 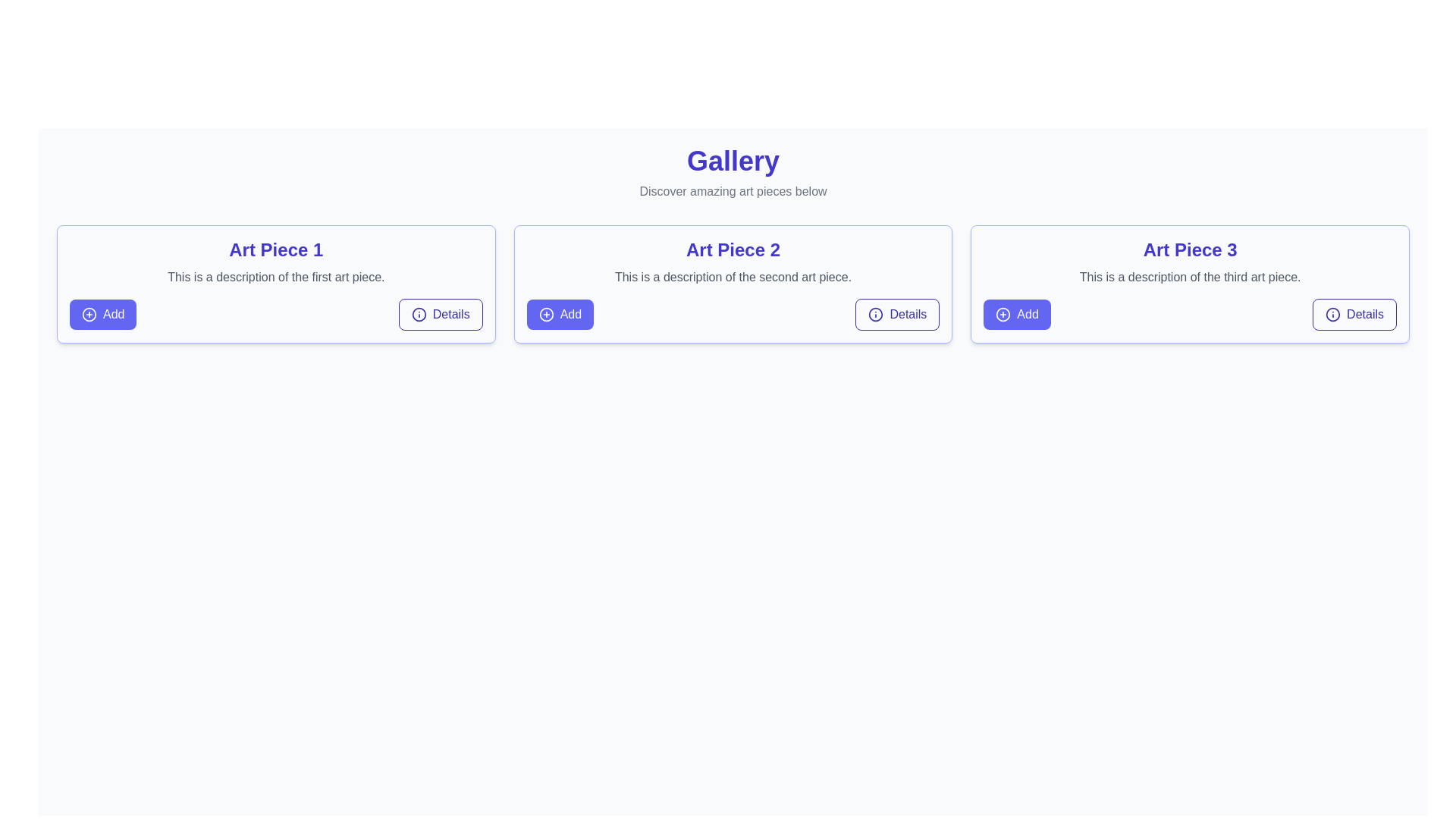 What do you see at coordinates (559, 314) in the screenshot?
I see `the button located in the bottom-left corner of the card titled 'Art Piece 2'` at bounding box center [559, 314].